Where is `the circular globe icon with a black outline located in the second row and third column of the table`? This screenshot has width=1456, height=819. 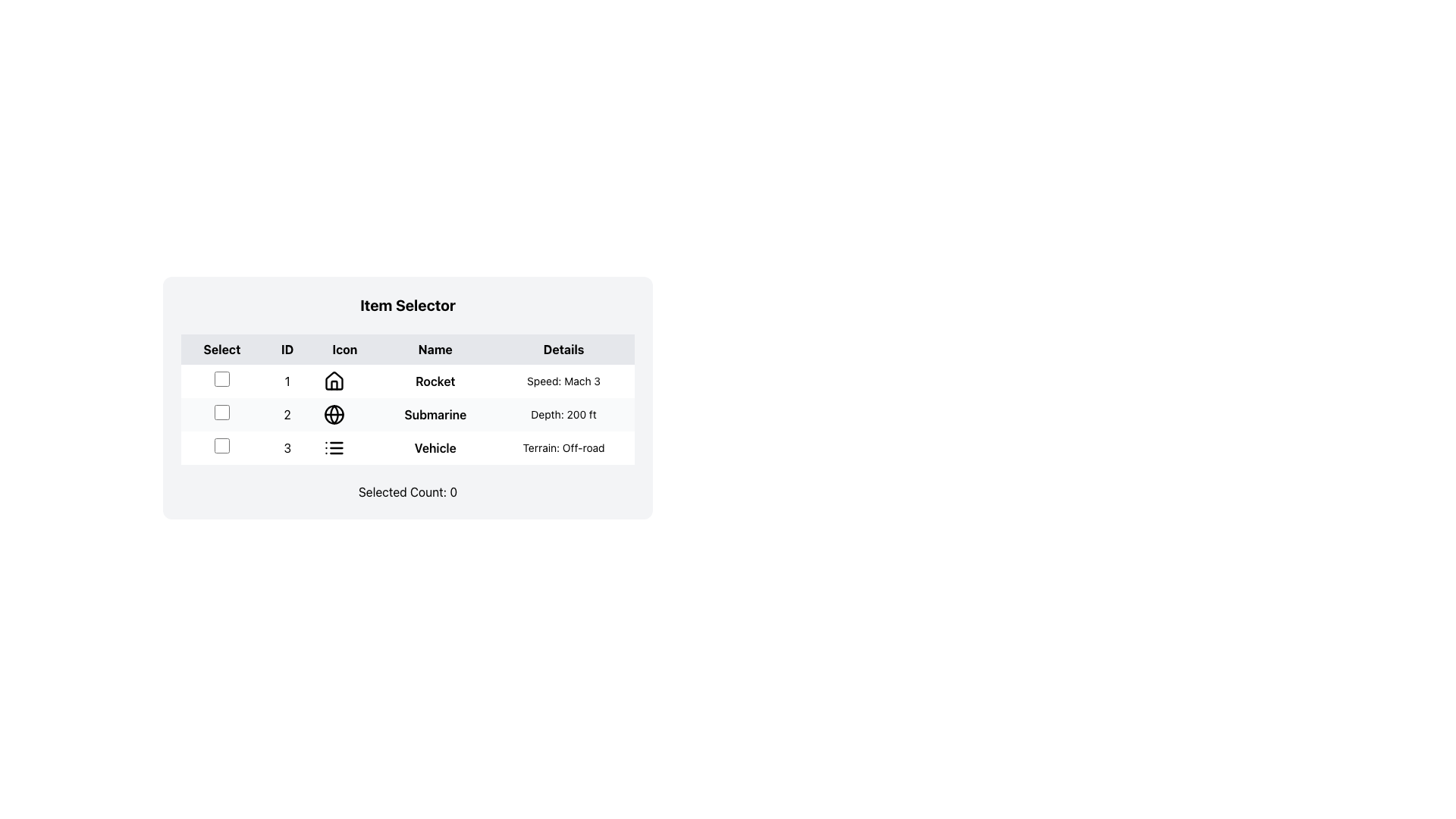 the circular globe icon with a black outline located in the second row and third column of the table is located at coordinates (334, 415).